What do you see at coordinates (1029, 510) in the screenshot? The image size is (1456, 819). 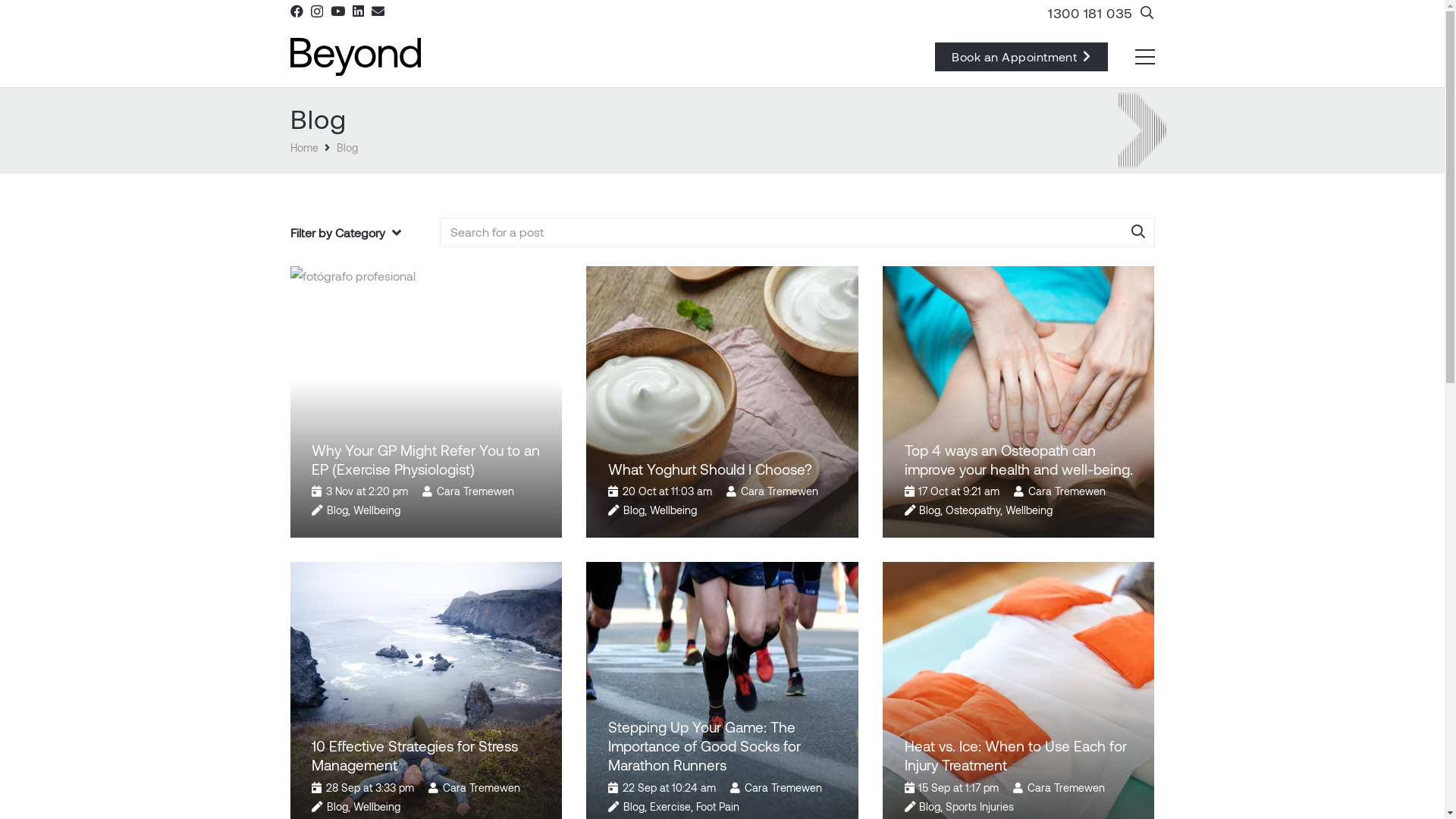 I see `'Wellbeing'` at bounding box center [1029, 510].